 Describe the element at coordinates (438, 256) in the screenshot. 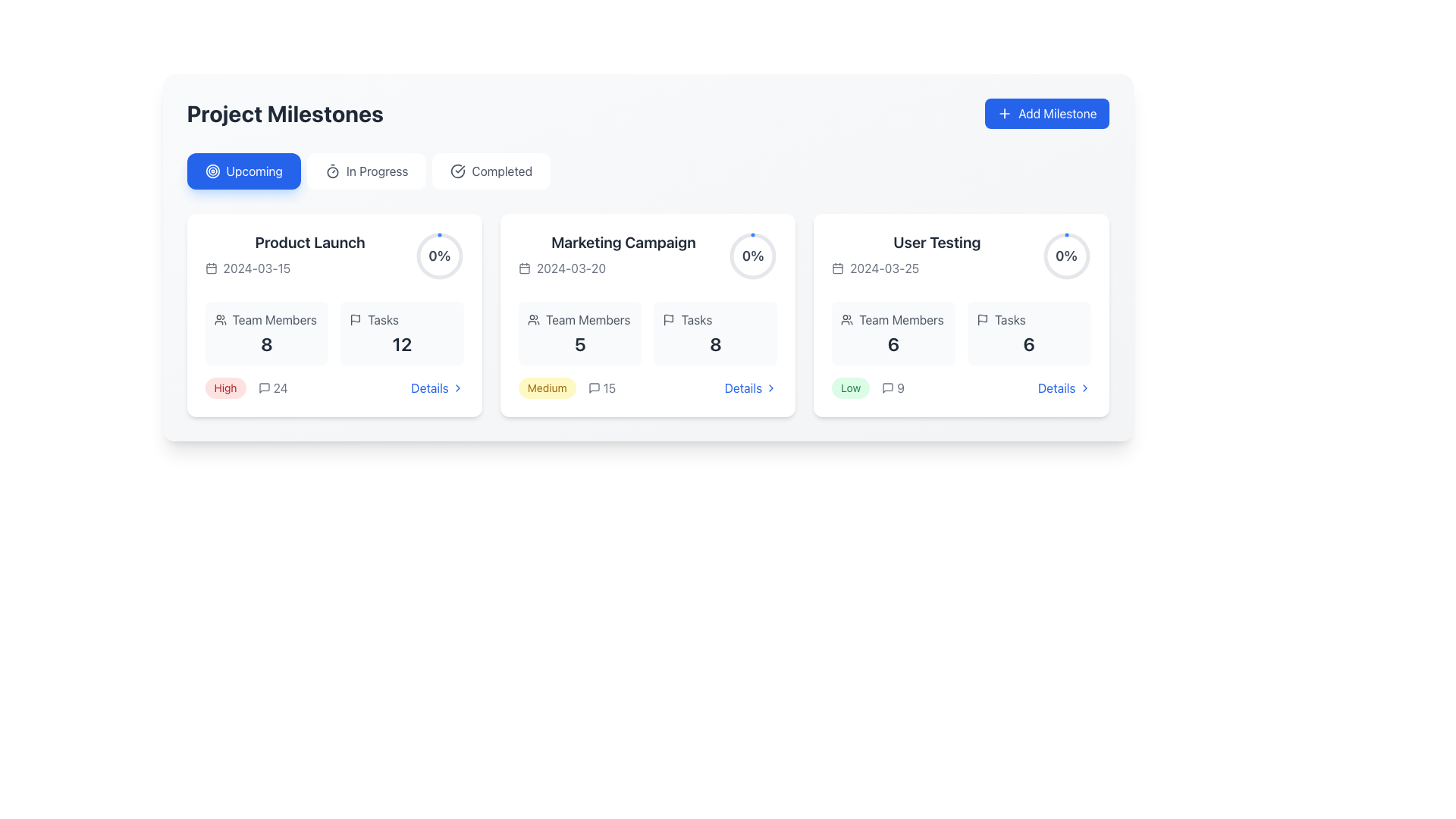

I see `the circular progress indicator located in the top-right corner of the 'Product Launch' card` at that location.